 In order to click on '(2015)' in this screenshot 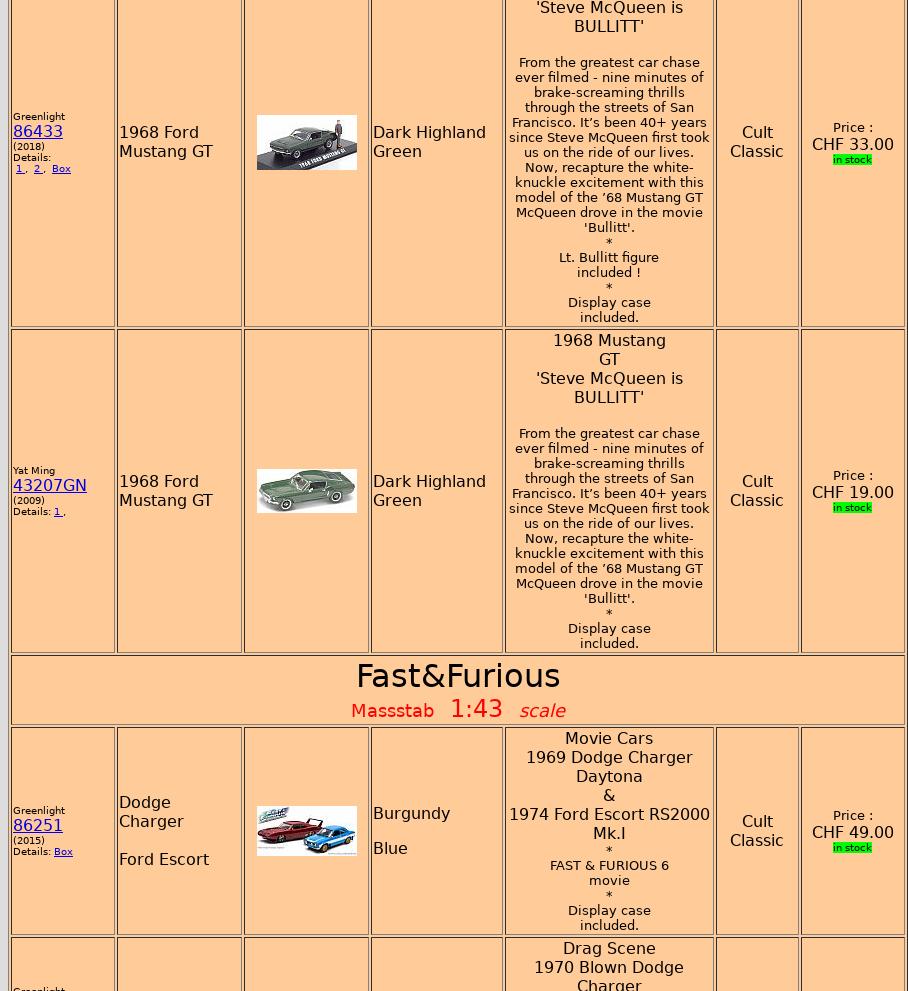, I will do `click(27, 838)`.